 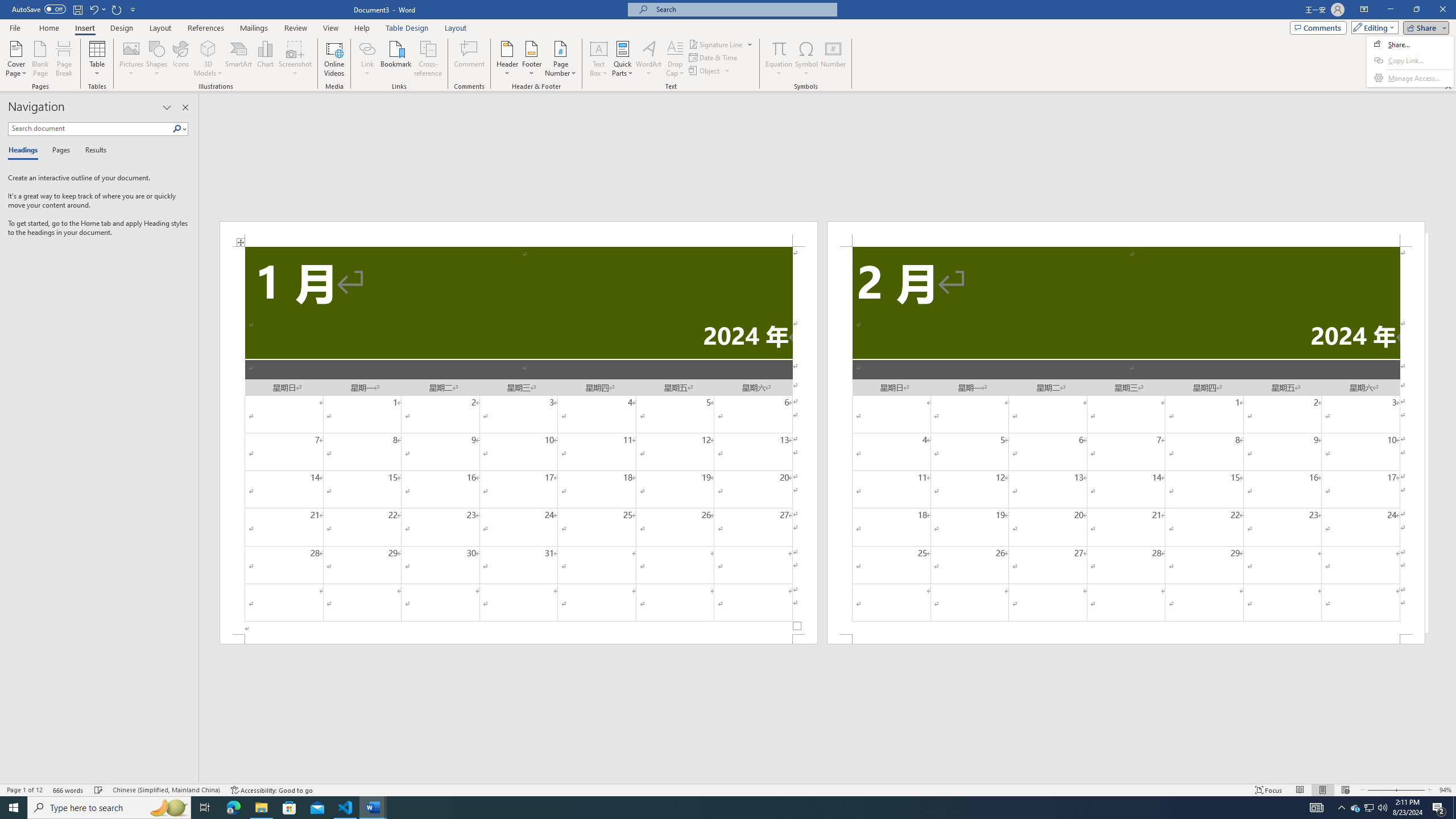 What do you see at coordinates (806, 59) in the screenshot?
I see `'Symbol'` at bounding box center [806, 59].